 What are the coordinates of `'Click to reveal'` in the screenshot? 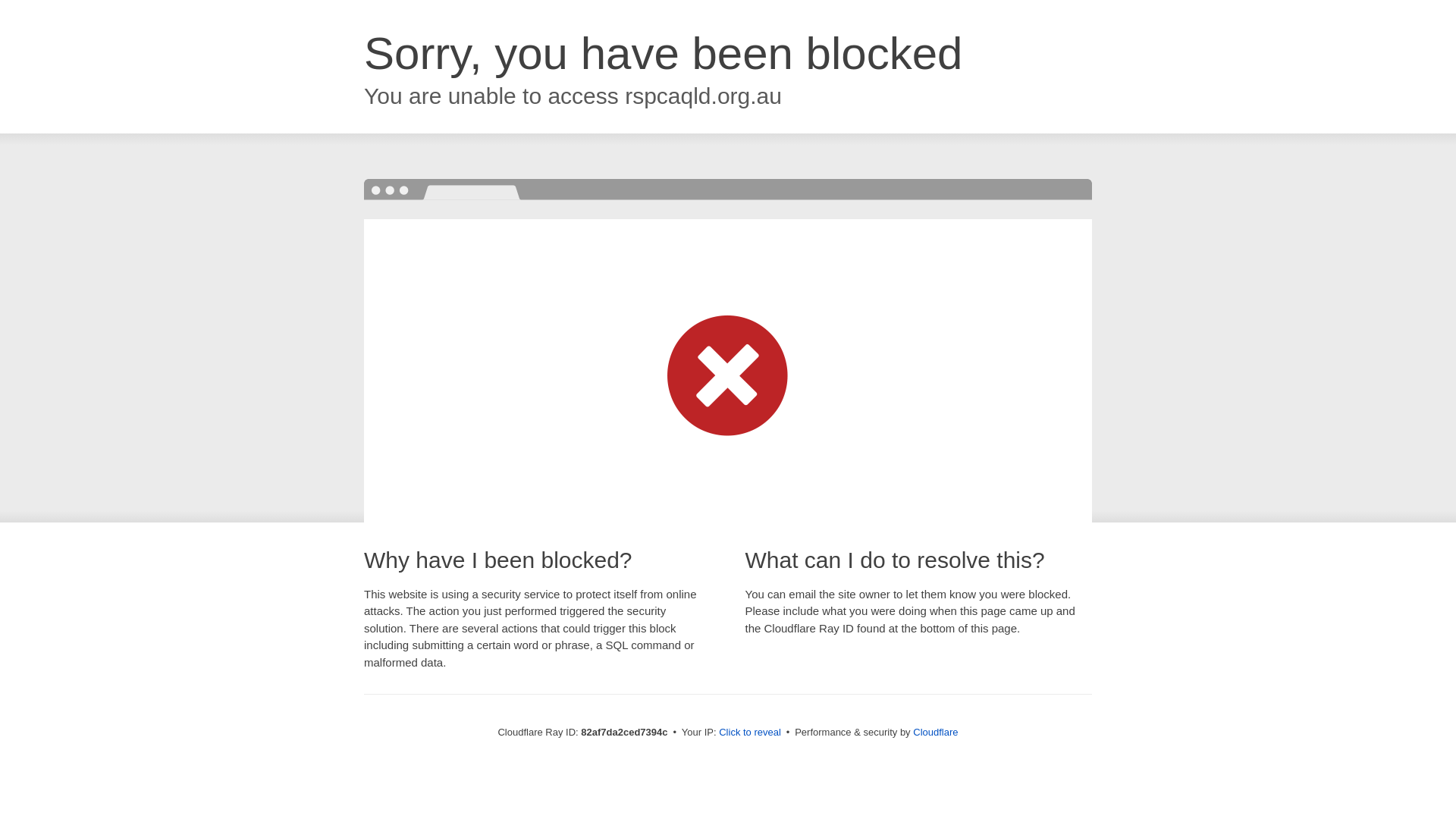 It's located at (749, 731).